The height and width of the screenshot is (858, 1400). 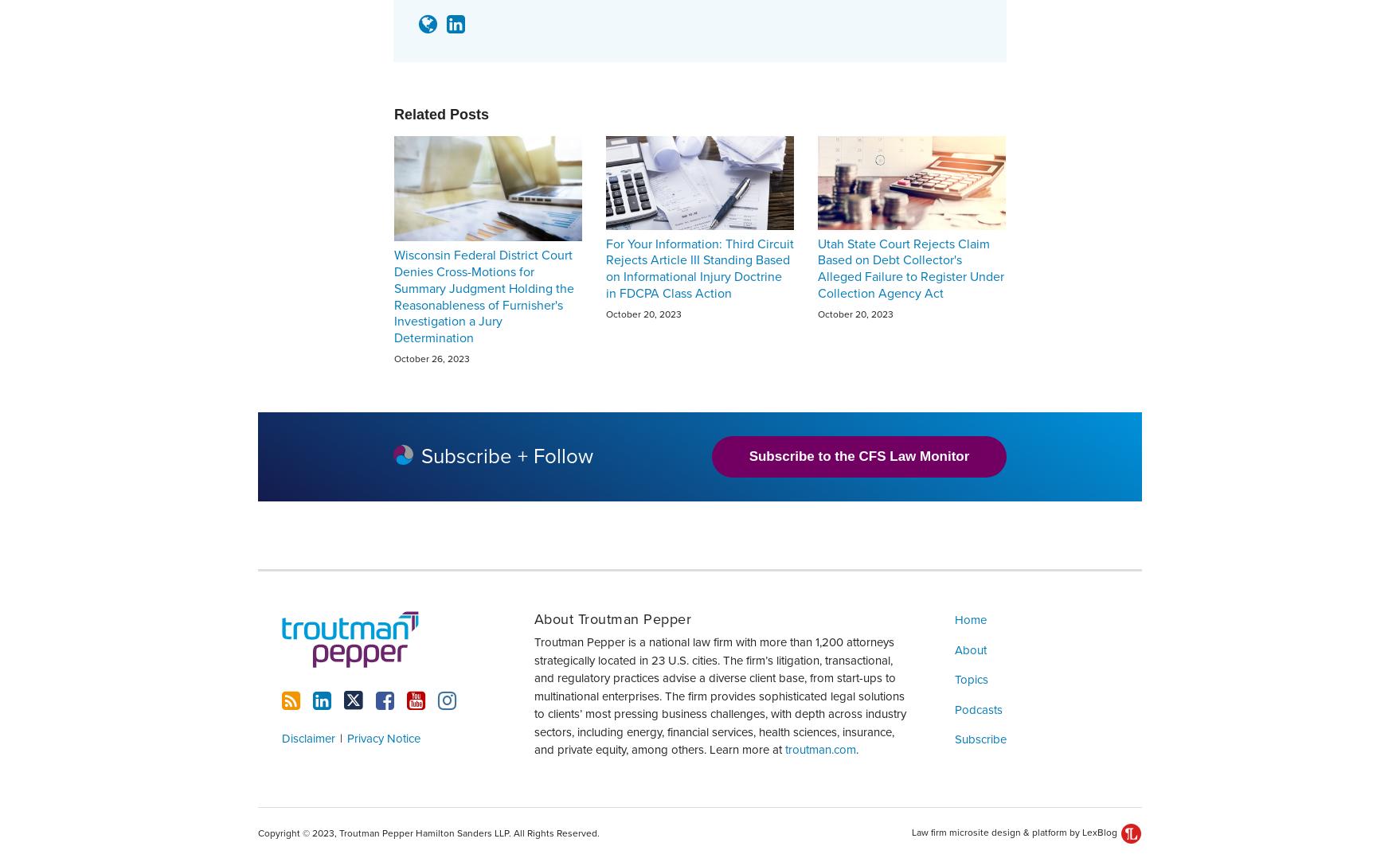 I want to click on 'Law firm microsite design & platform by LexBlog', so click(x=1015, y=832).